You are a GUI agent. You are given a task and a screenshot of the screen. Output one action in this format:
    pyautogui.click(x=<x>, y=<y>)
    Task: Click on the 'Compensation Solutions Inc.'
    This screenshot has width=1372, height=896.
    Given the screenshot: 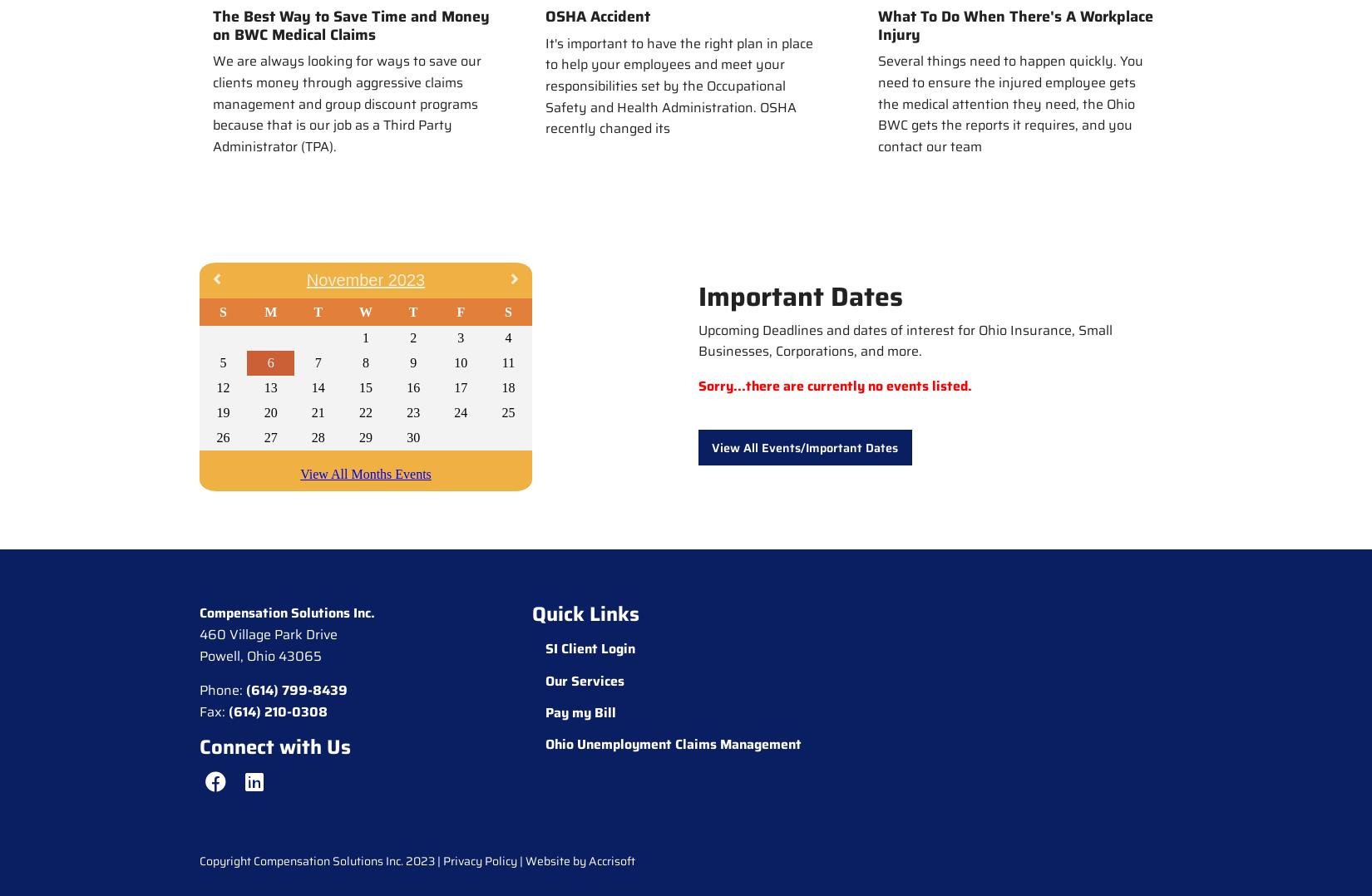 What is the action you would take?
    pyautogui.click(x=287, y=613)
    